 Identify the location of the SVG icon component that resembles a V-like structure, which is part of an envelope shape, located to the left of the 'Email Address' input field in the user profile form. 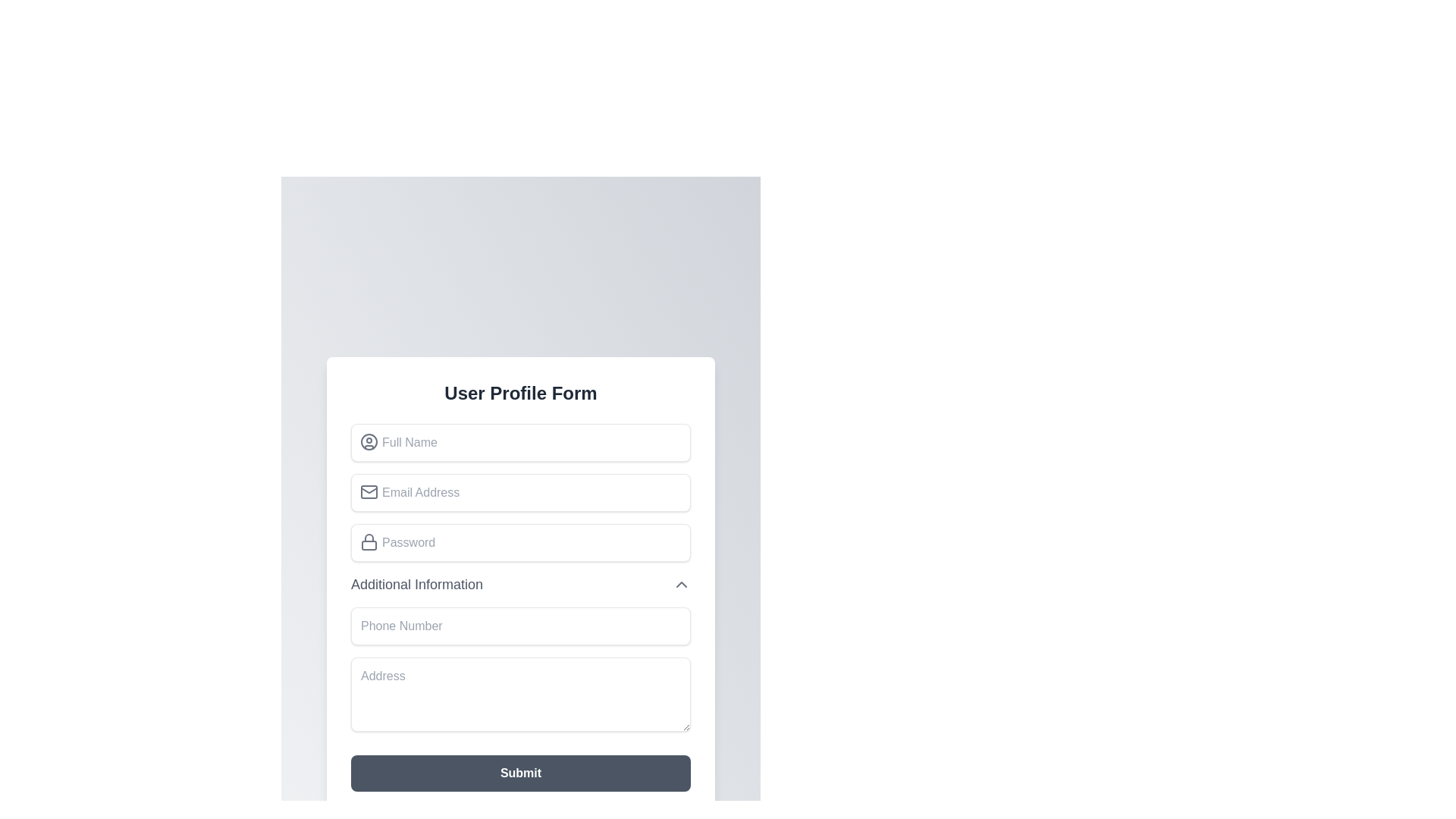
(369, 489).